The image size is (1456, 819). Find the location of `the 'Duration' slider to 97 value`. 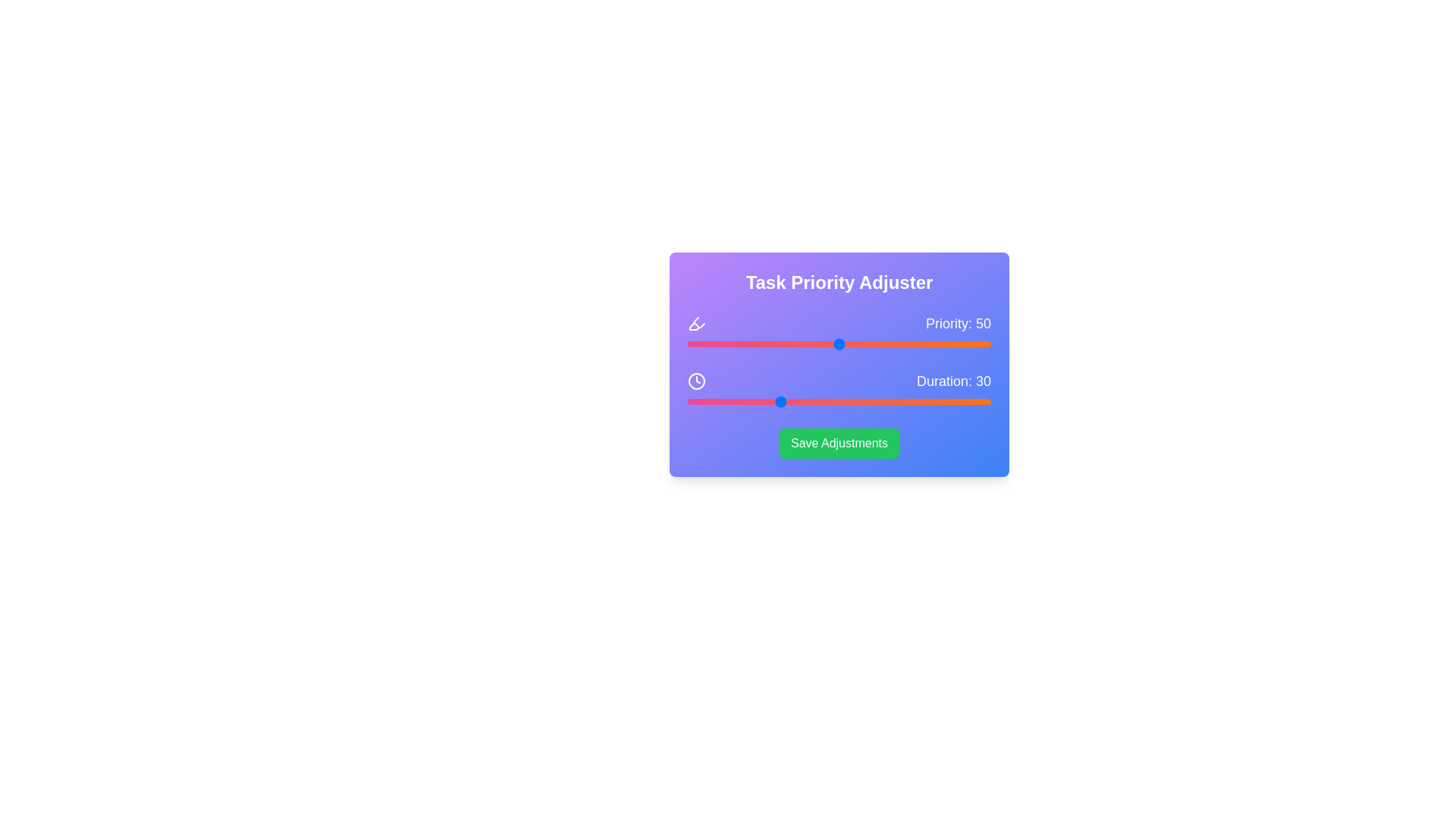

the 'Duration' slider to 97 value is located at coordinates (982, 400).